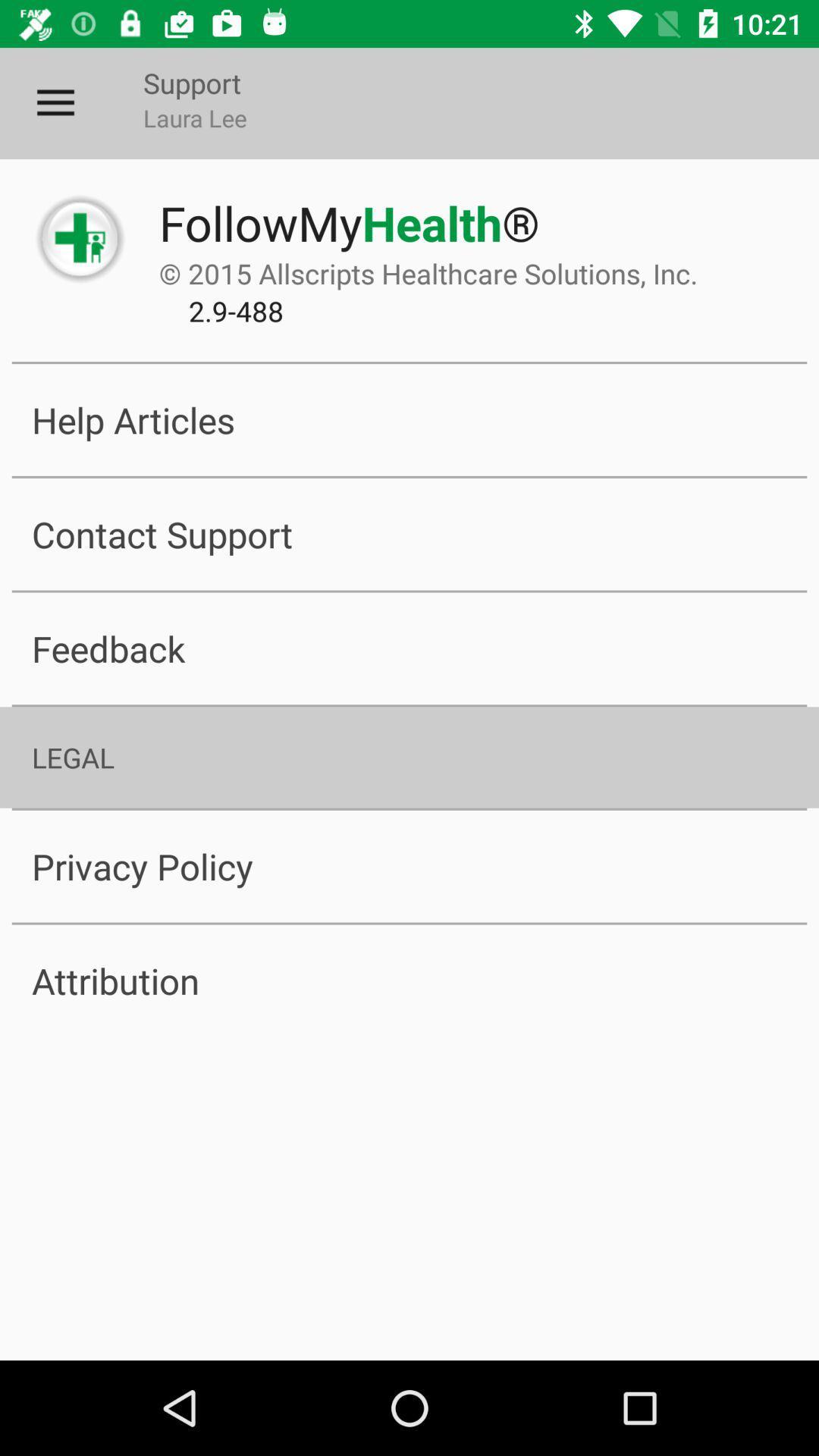 Image resolution: width=819 pixels, height=1456 pixels. What do you see at coordinates (409, 981) in the screenshot?
I see `item below privacy policy` at bounding box center [409, 981].